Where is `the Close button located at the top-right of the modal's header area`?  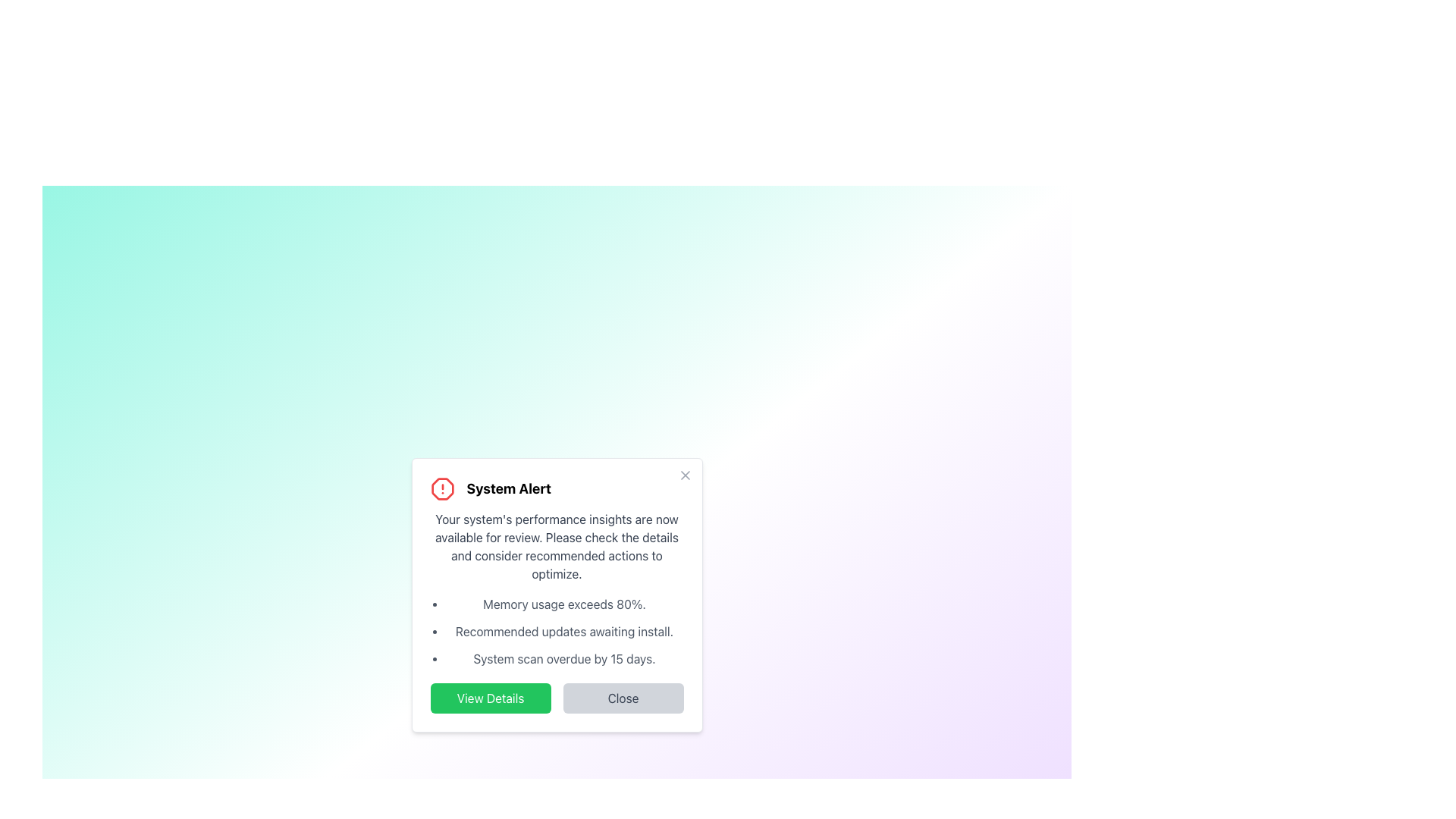 the Close button located at the top-right of the modal's header area is located at coordinates (684, 475).